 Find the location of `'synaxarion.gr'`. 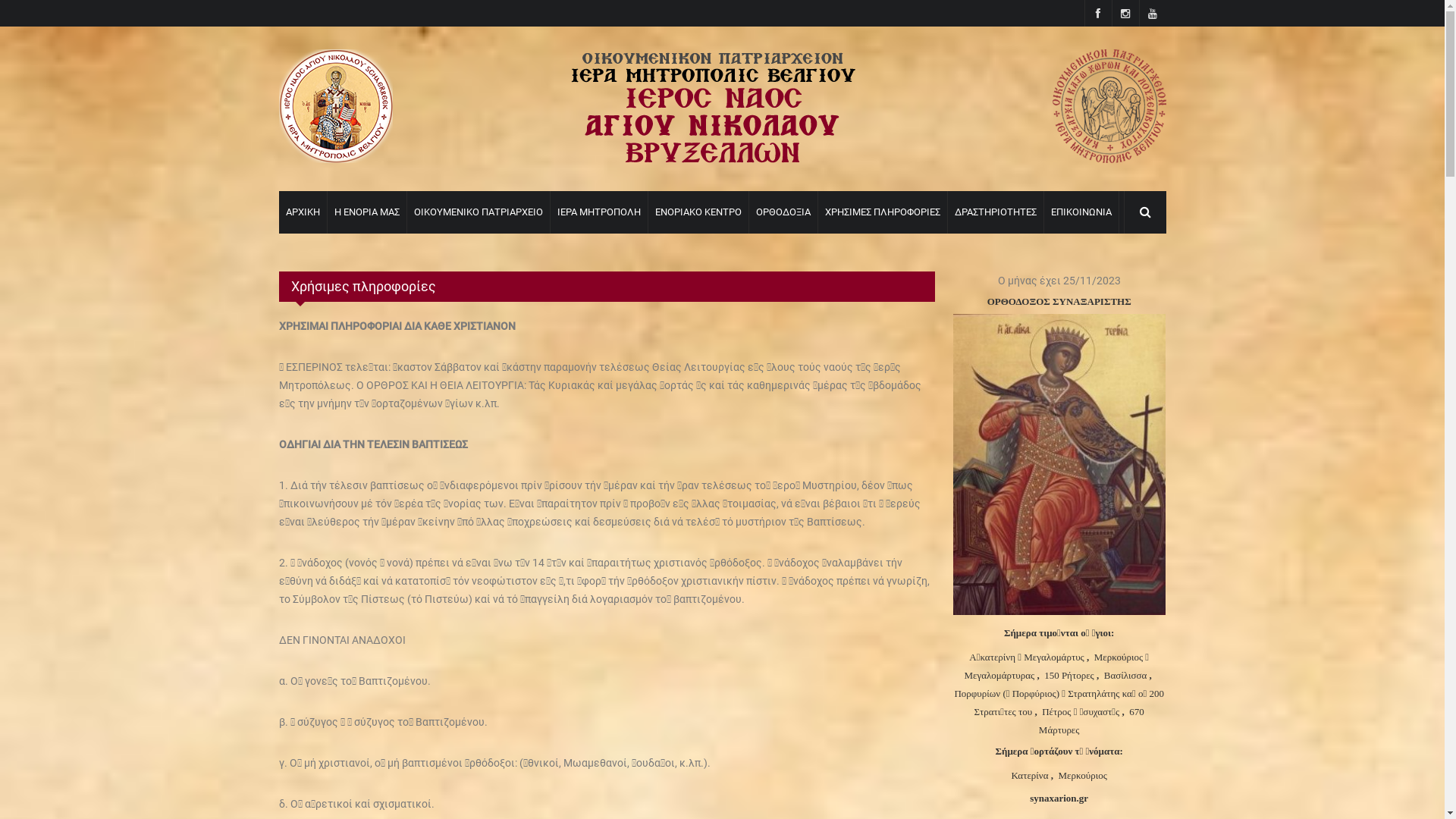

'synaxarion.gr' is located at coordinates (1058, 797).